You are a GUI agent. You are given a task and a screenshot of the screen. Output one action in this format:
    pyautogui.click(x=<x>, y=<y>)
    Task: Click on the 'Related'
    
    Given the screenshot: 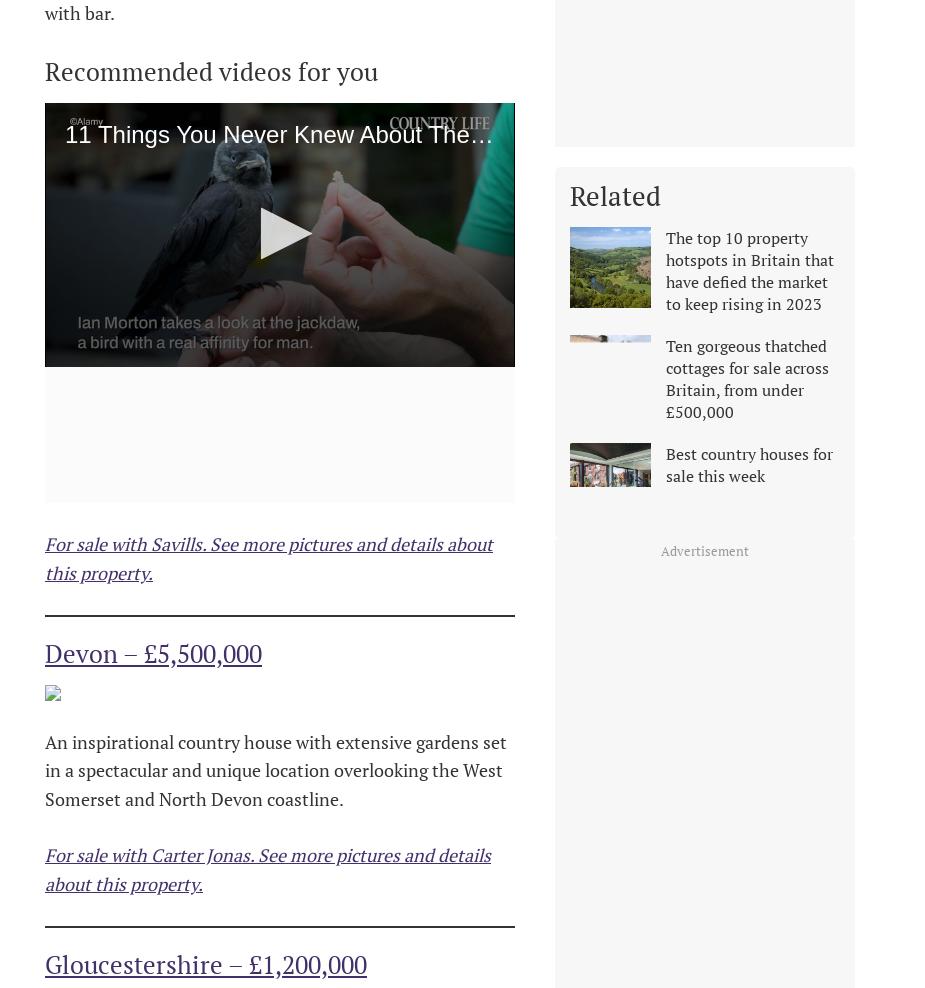 What is the action you would take?
    pyautogui.click(x=615, y=195)
    